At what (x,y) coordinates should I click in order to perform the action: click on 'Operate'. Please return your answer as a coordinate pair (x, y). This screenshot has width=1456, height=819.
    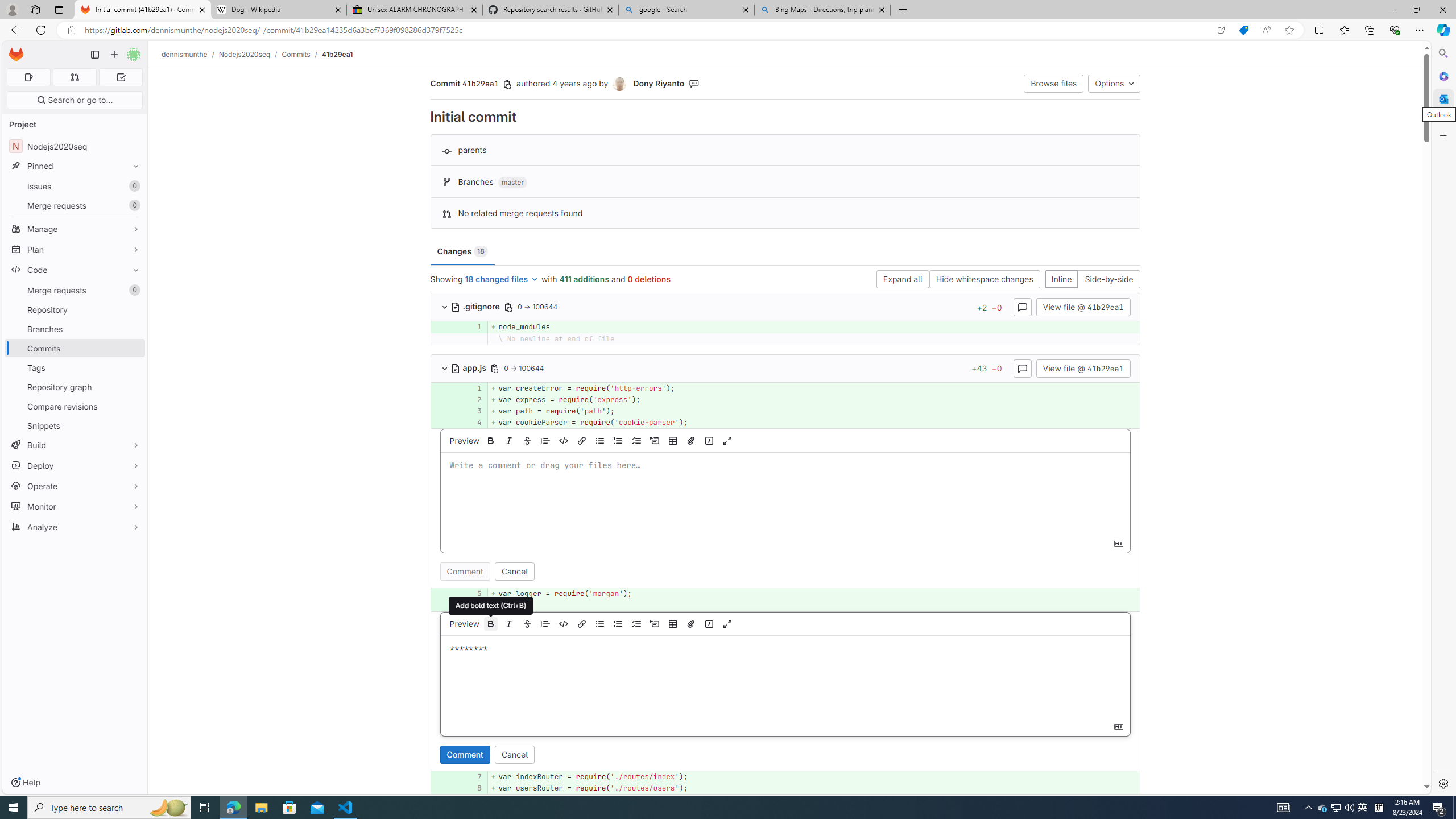
    Looking at the image, I should click on (74, 486).